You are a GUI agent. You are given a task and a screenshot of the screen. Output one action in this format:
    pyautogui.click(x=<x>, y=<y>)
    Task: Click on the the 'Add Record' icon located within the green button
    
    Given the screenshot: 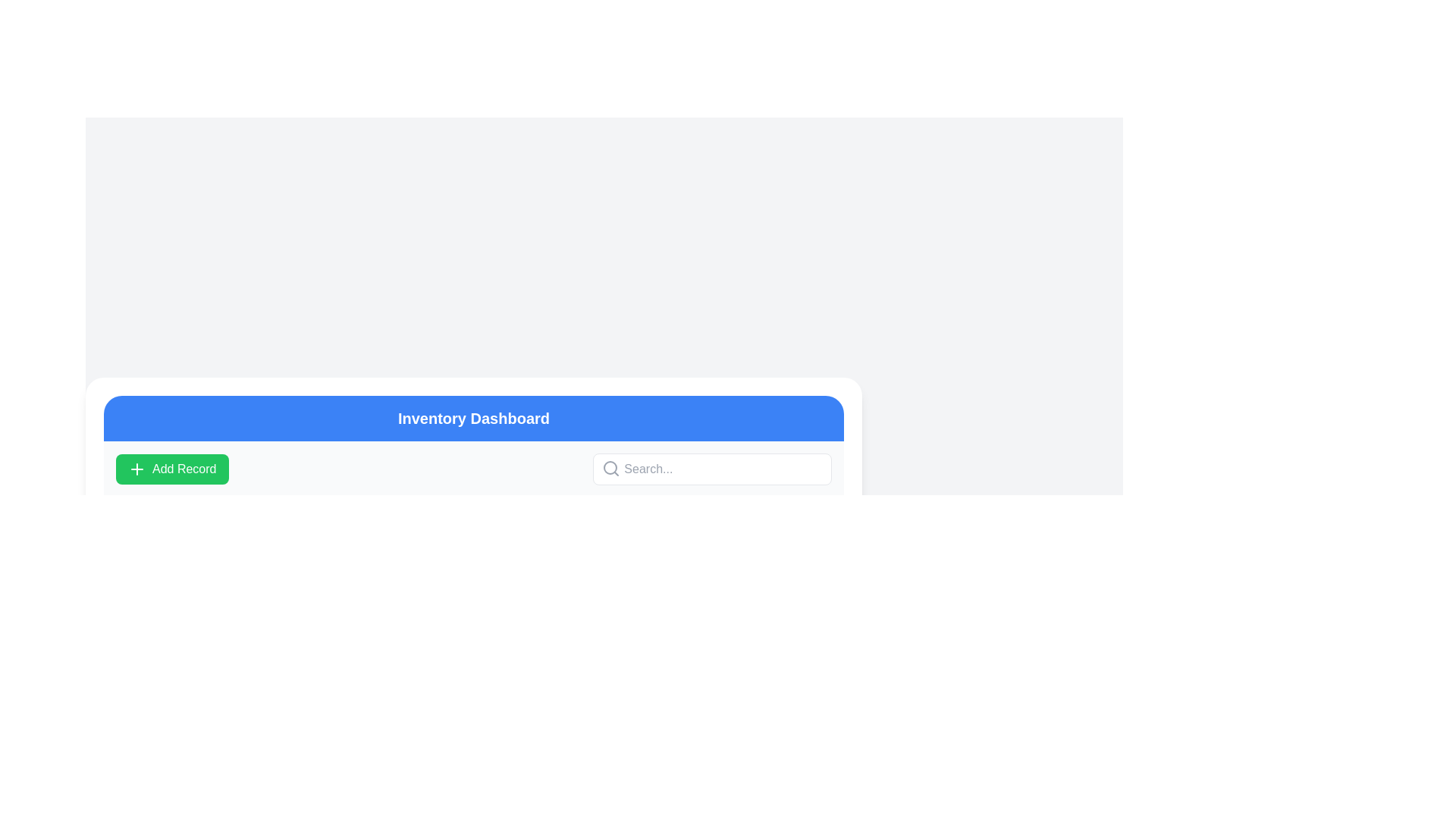 What is the action you would take?
    pyautogui.click(x=137, y=468)
    